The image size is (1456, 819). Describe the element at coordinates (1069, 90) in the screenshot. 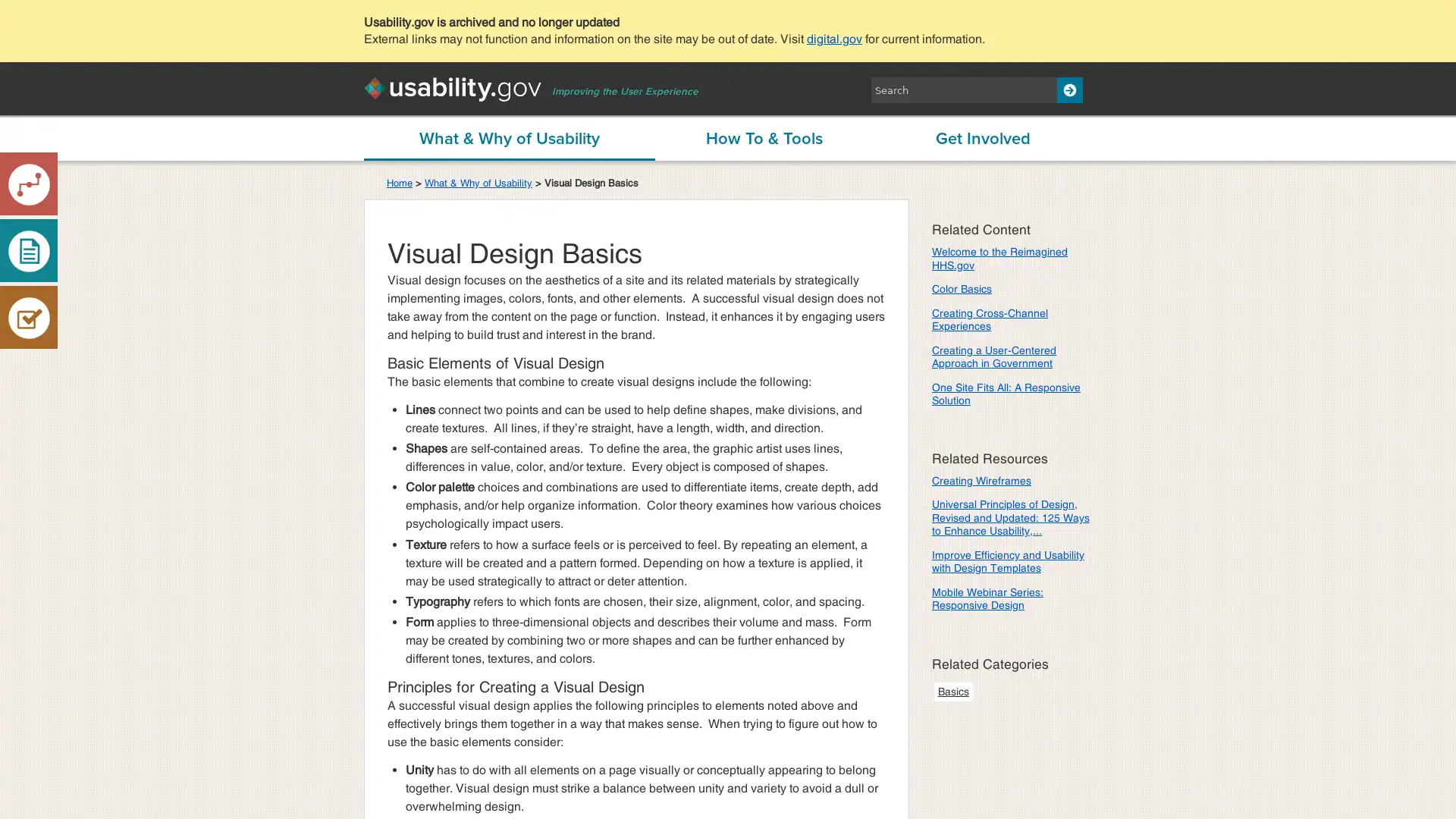

I see `Search` at that location.